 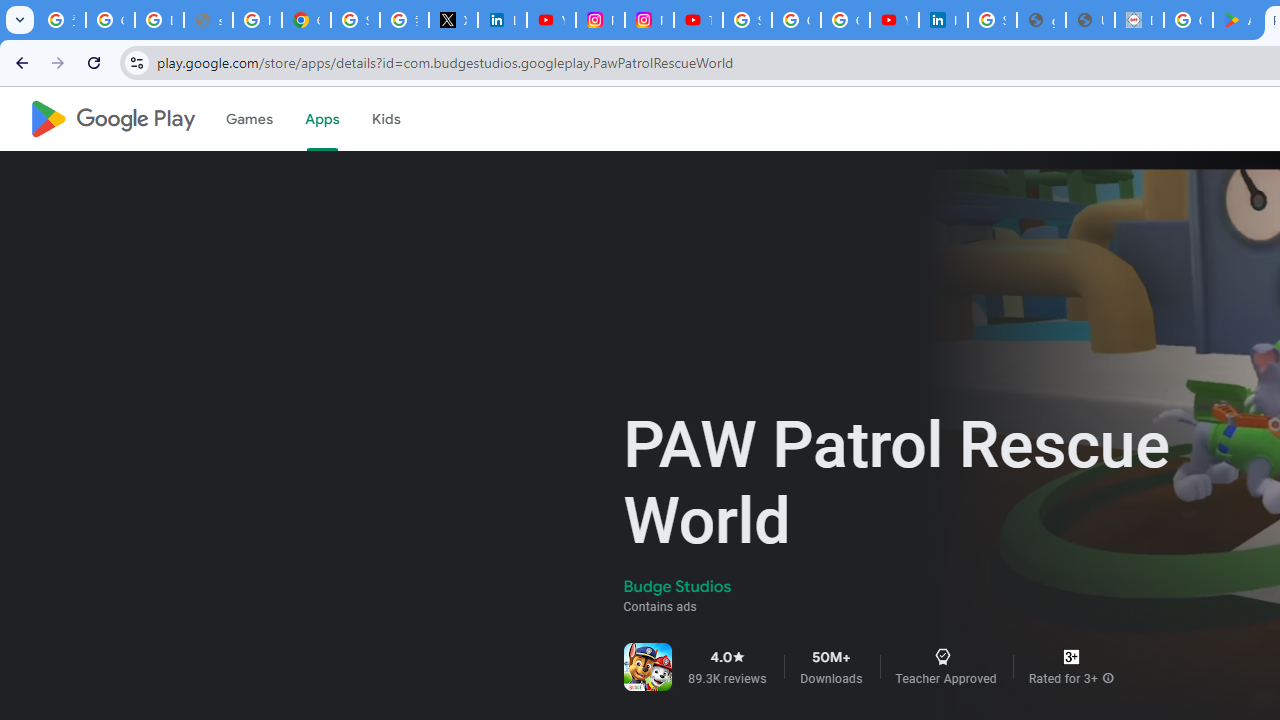 I want to click on 'Content rating', so click(x=1070, y=657).